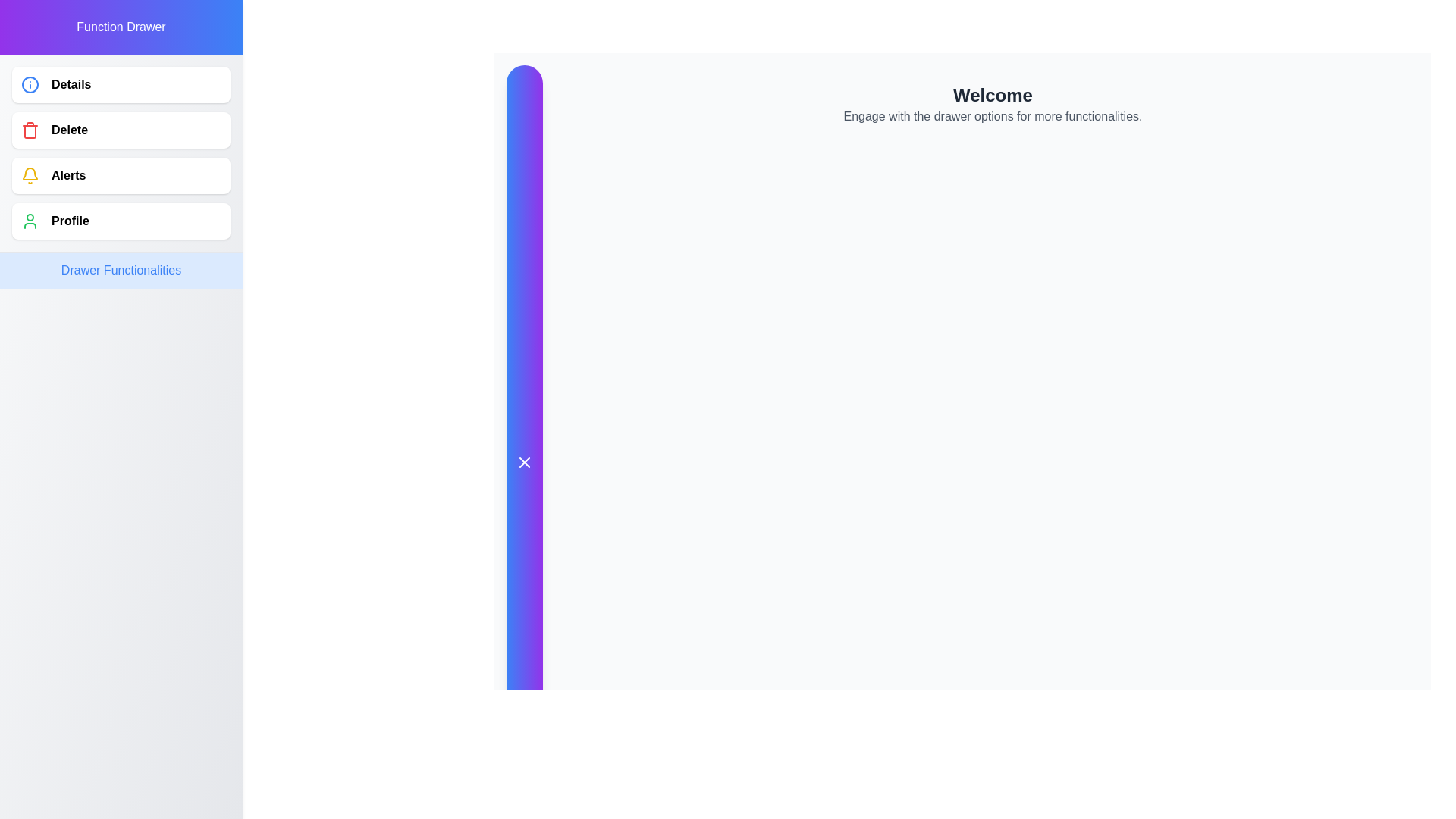  Describe the element at coordinates (67, 174) in the screenshot. I see `the 'Alerts' text label in the sidebar menu, which is the third option in the vertical list, positioned below 'Delete' and above 'Profile'` at that location.